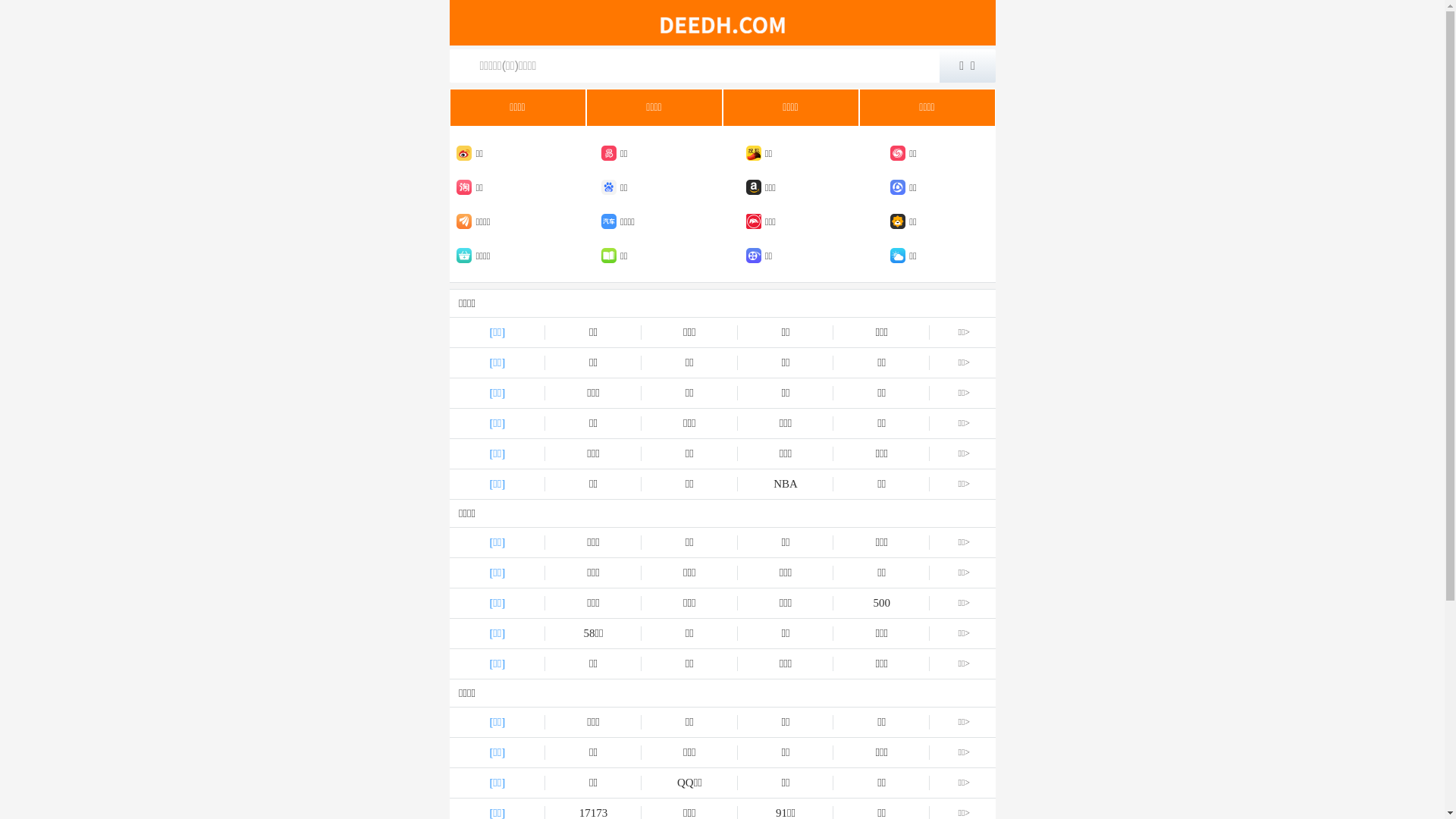 This screenshot has width=1456, height=819. I want to click on '500', so click(881, 602).